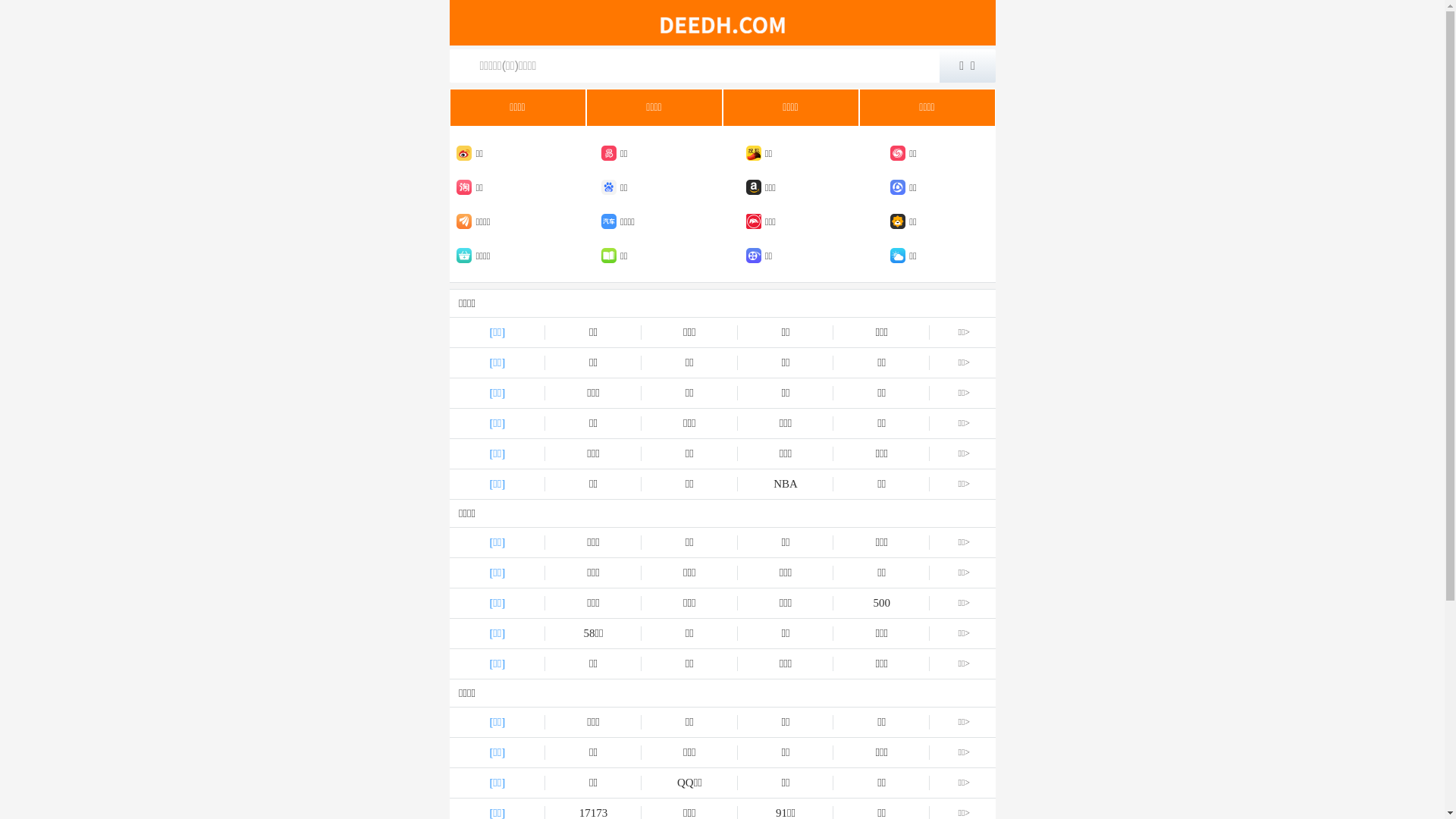 This screenshot has width=1456, height=819. I want to click on '500', so click(881, 602).